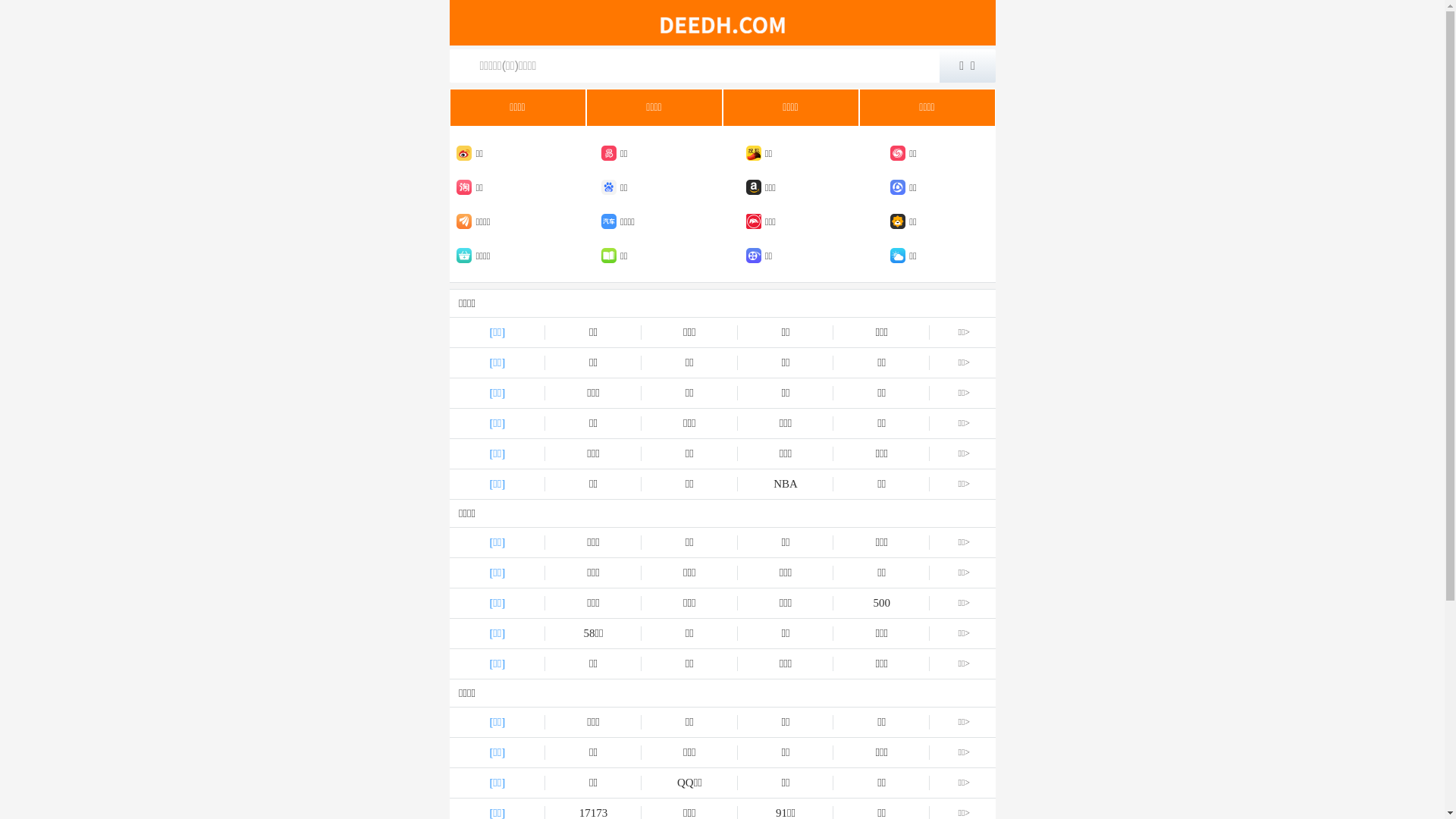 This screenshot has width=1456, height=819. I want to click on '500', so click(881, 602).